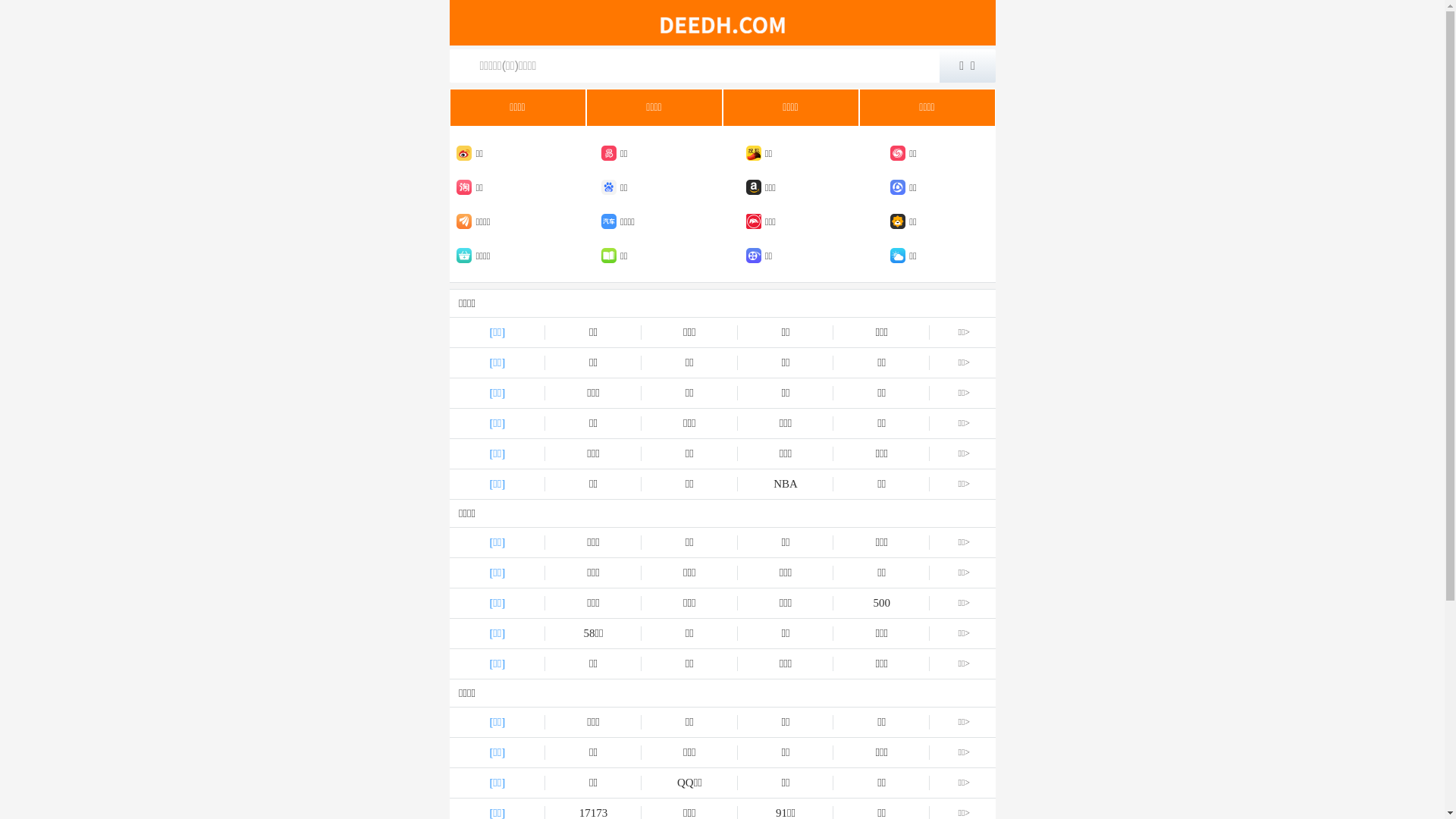 This screenshot has width=1456, height=819. I want to click on '500', so click(881, 602).